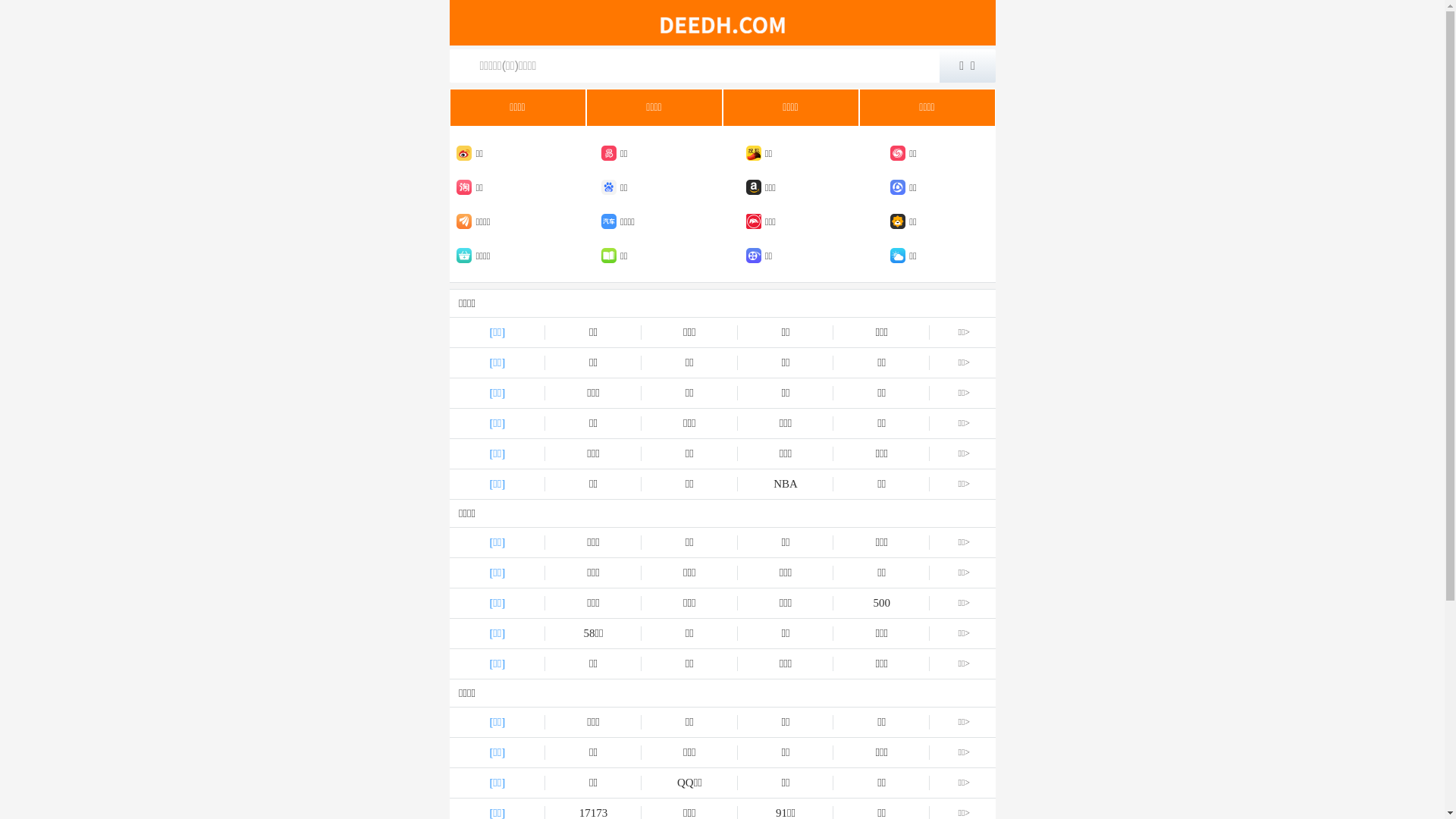 This screenshot has width=1456, height=819. I want to click on '500', so click(881, 602).